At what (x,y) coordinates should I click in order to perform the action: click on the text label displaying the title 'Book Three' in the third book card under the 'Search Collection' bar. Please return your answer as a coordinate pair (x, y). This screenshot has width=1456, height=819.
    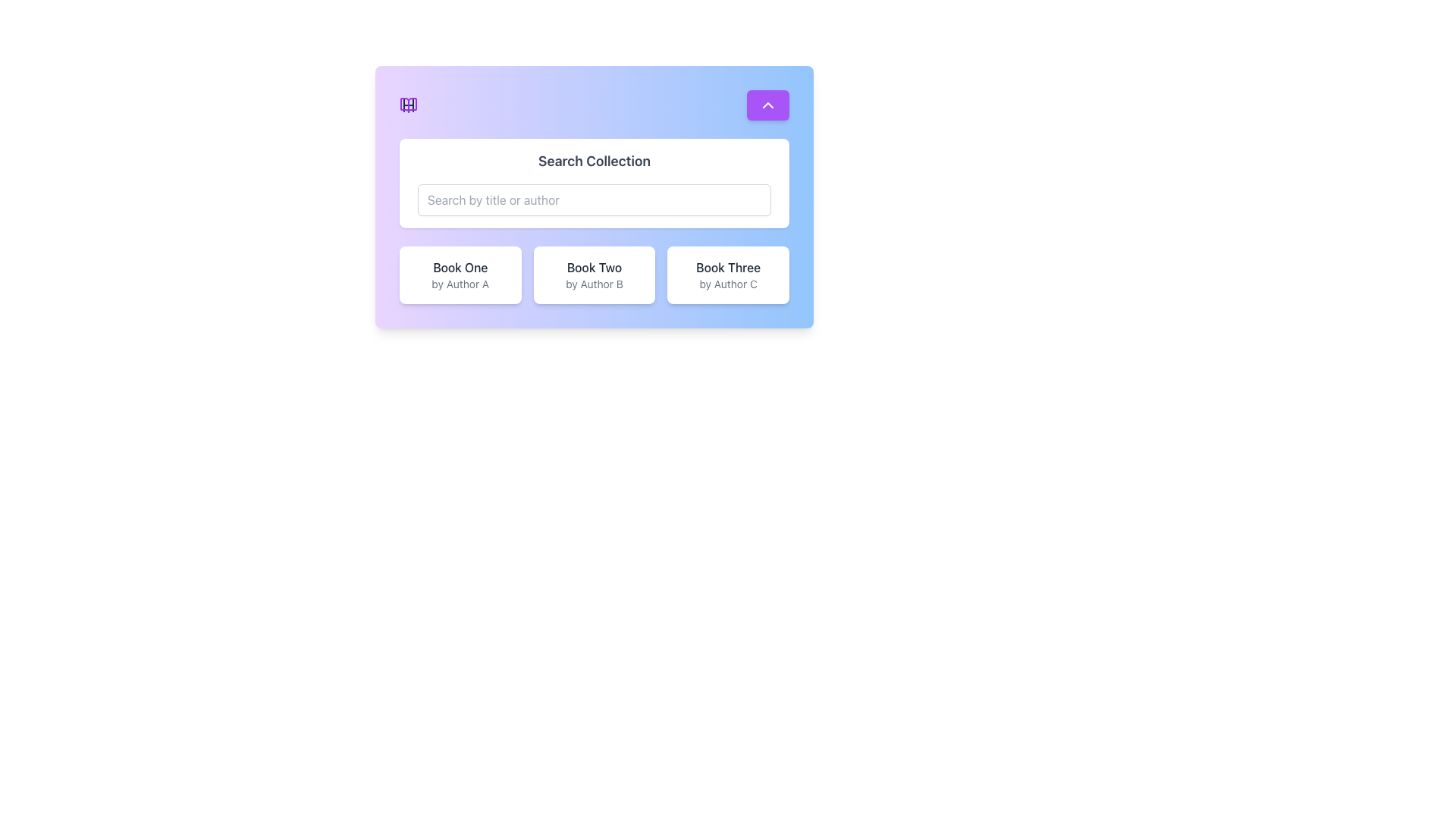
    Looking at the image, I should click on (728, 267).